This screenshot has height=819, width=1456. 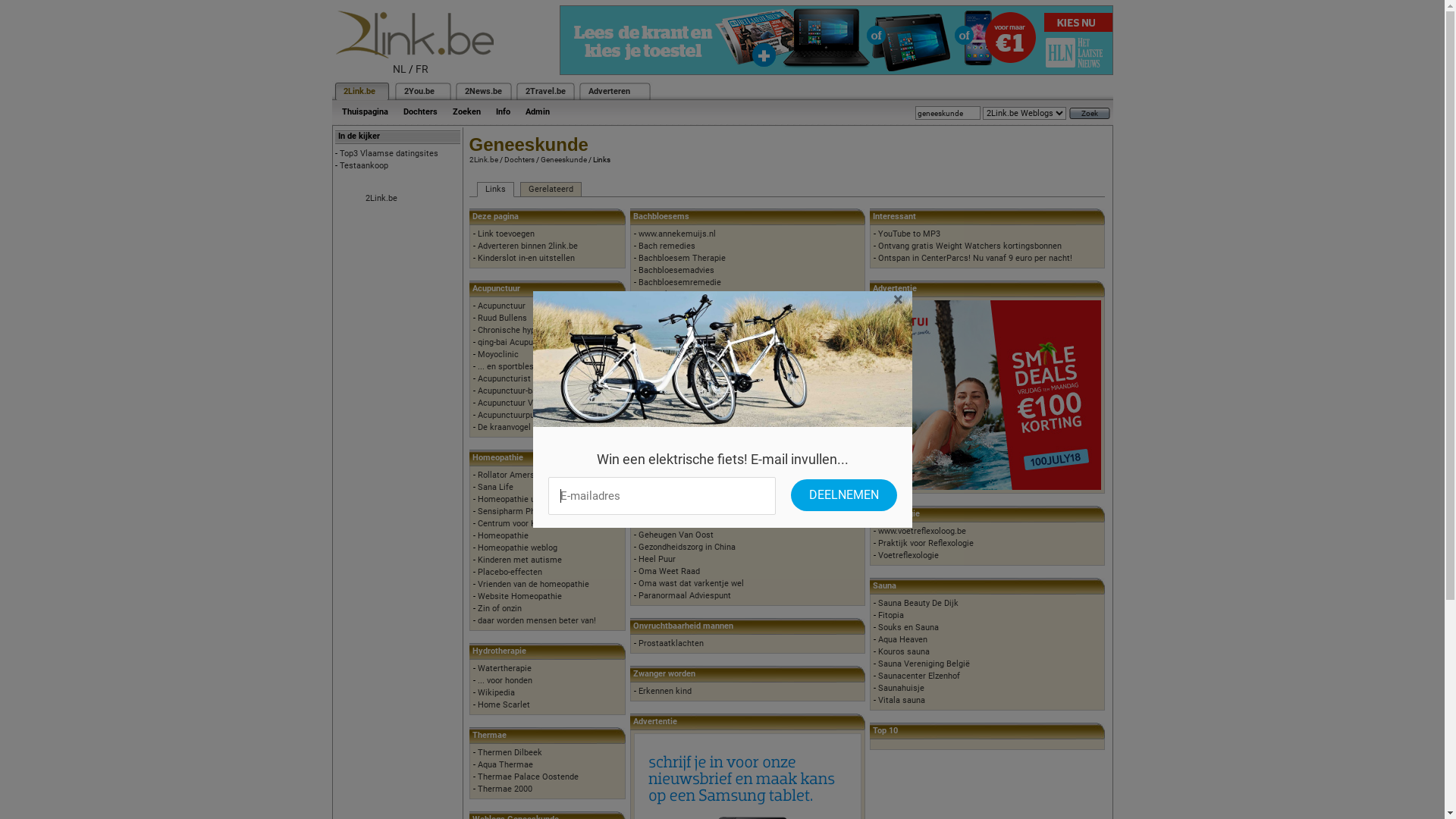 What do you see at coordinates (521, 499) in the screenshot?
I see `'Homeopathie uitgelegd'` at bounding box center [521, 499].